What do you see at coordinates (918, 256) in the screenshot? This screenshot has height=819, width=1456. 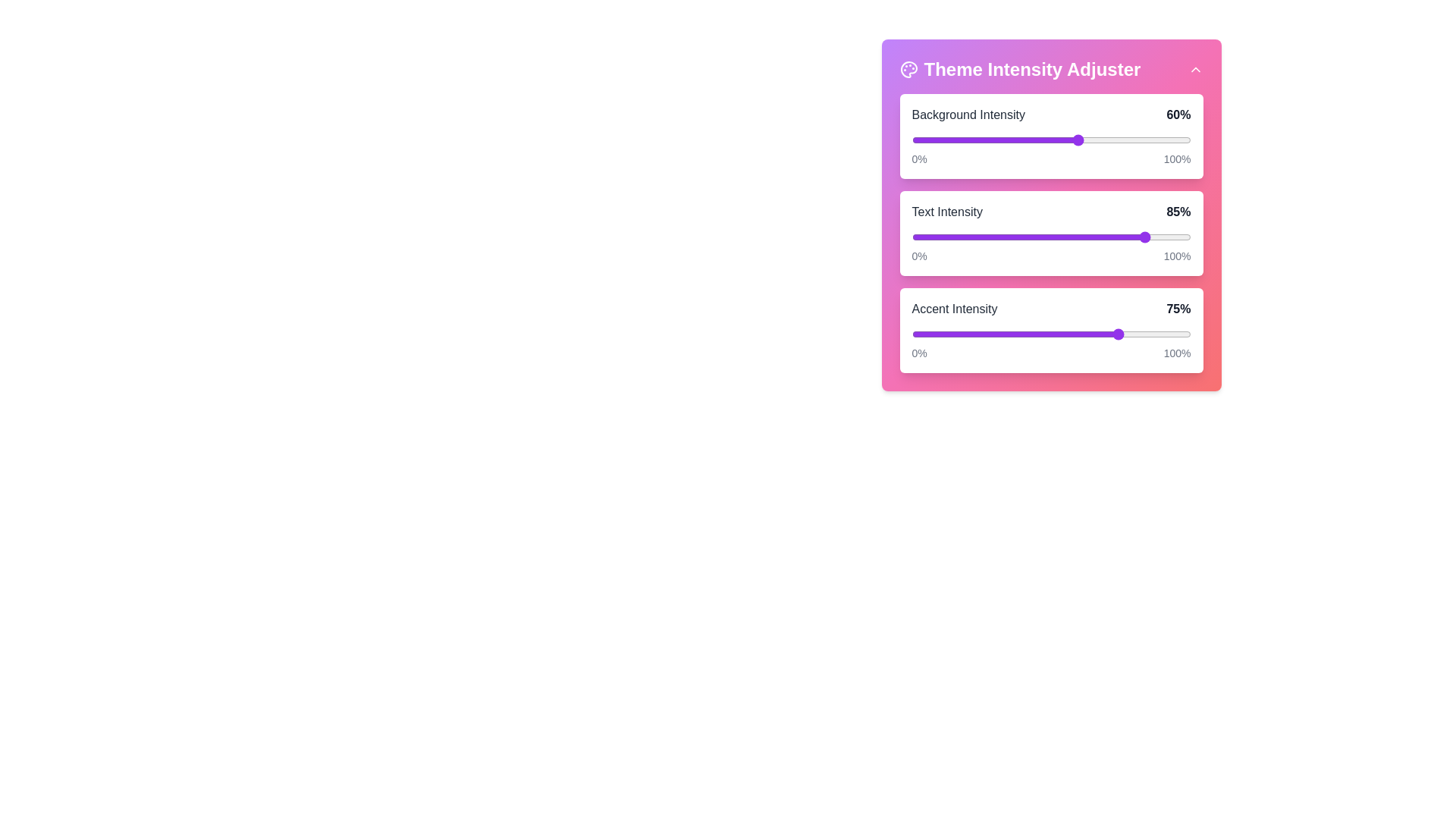 I see `the label displaying '0%' which is styled in a small gray font and positioned to the left of the slider bar for adjusting intensity values` at bounding box center [918, 256].